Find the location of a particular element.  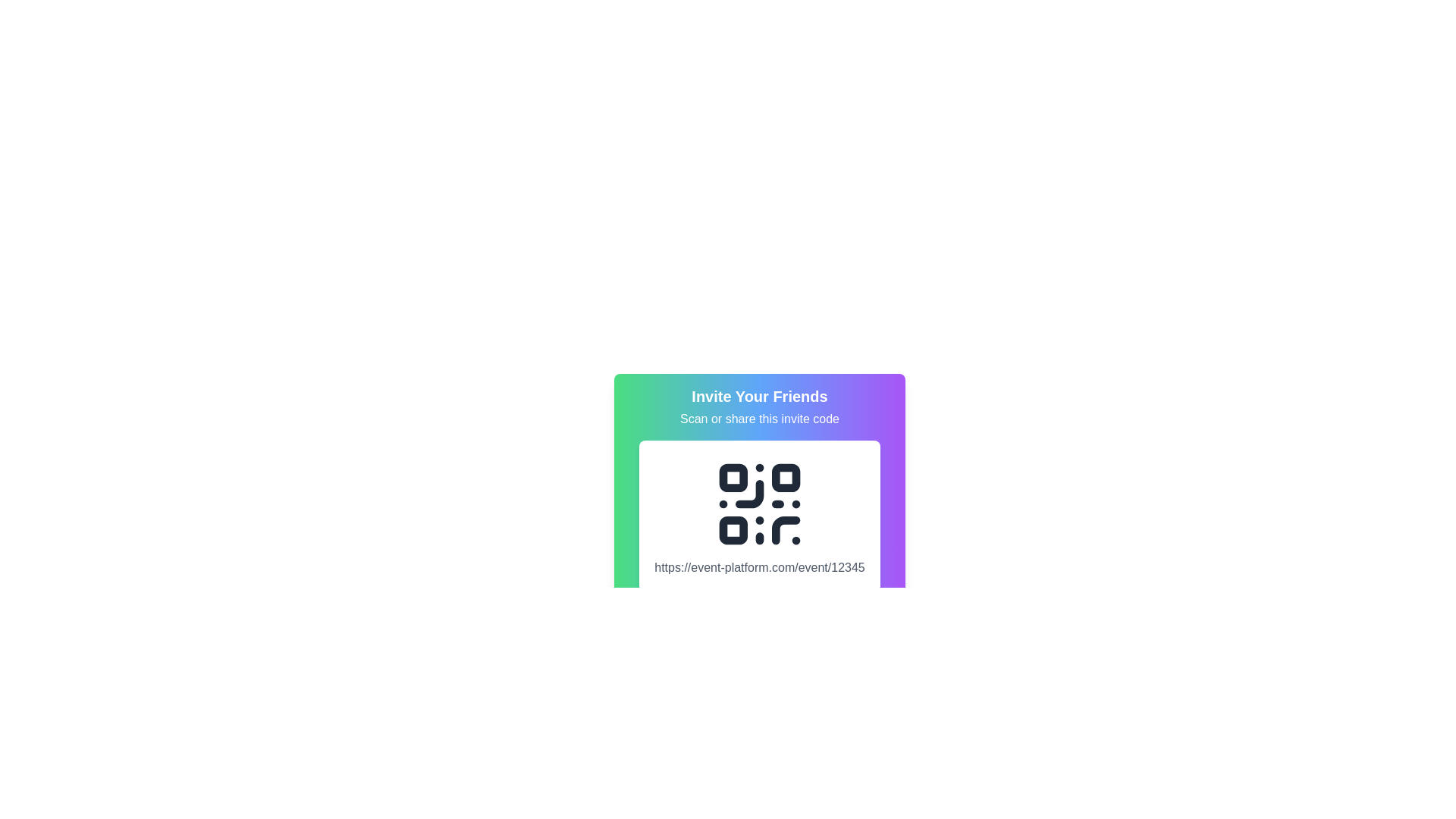

the small, square-shaped UI component located in the top left corner of the QR code illustration, which is white with a black border is located at coordinates (733, 478).